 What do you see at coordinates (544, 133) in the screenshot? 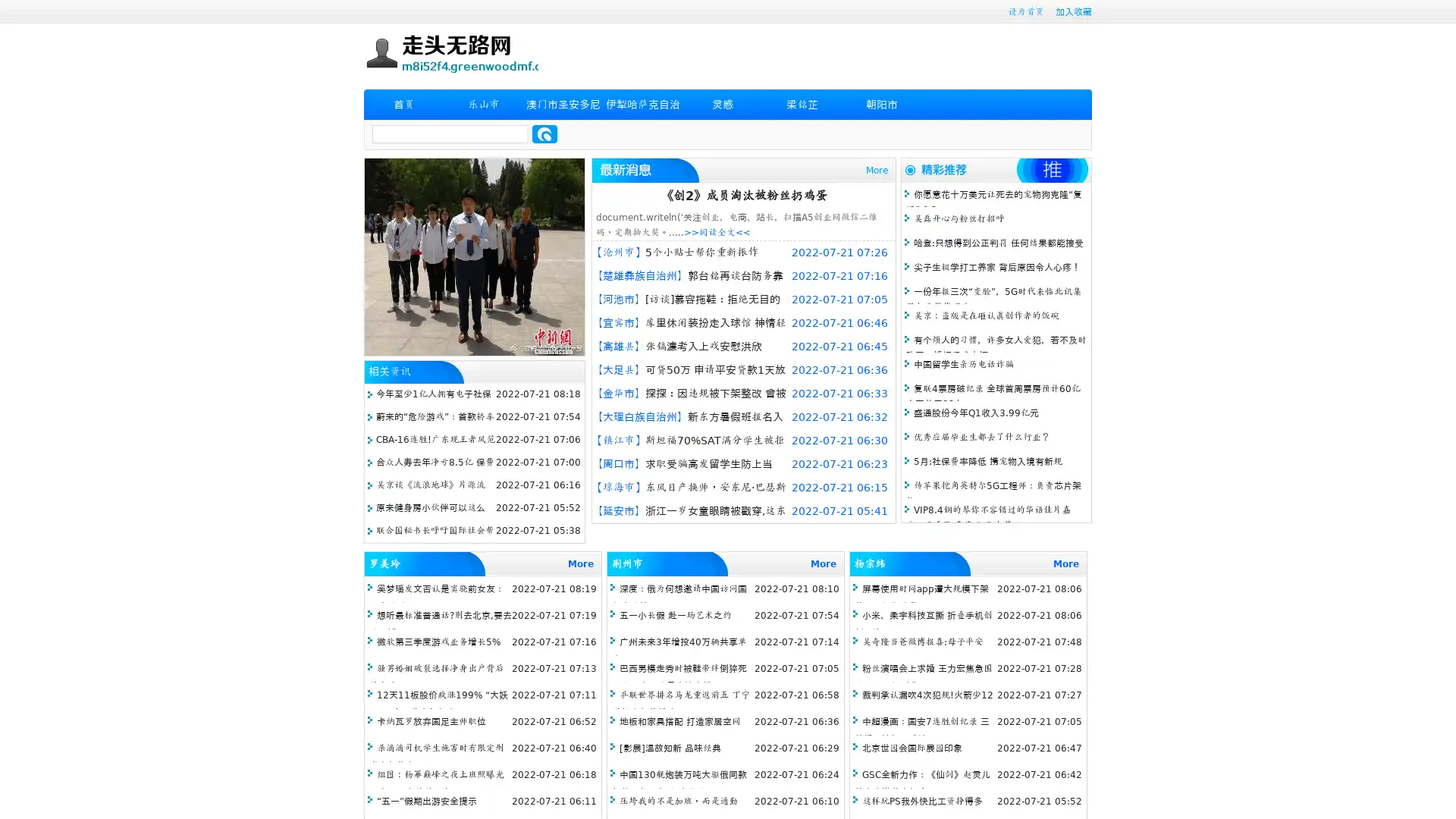
I see `Search` at bounding box center [544, 133].